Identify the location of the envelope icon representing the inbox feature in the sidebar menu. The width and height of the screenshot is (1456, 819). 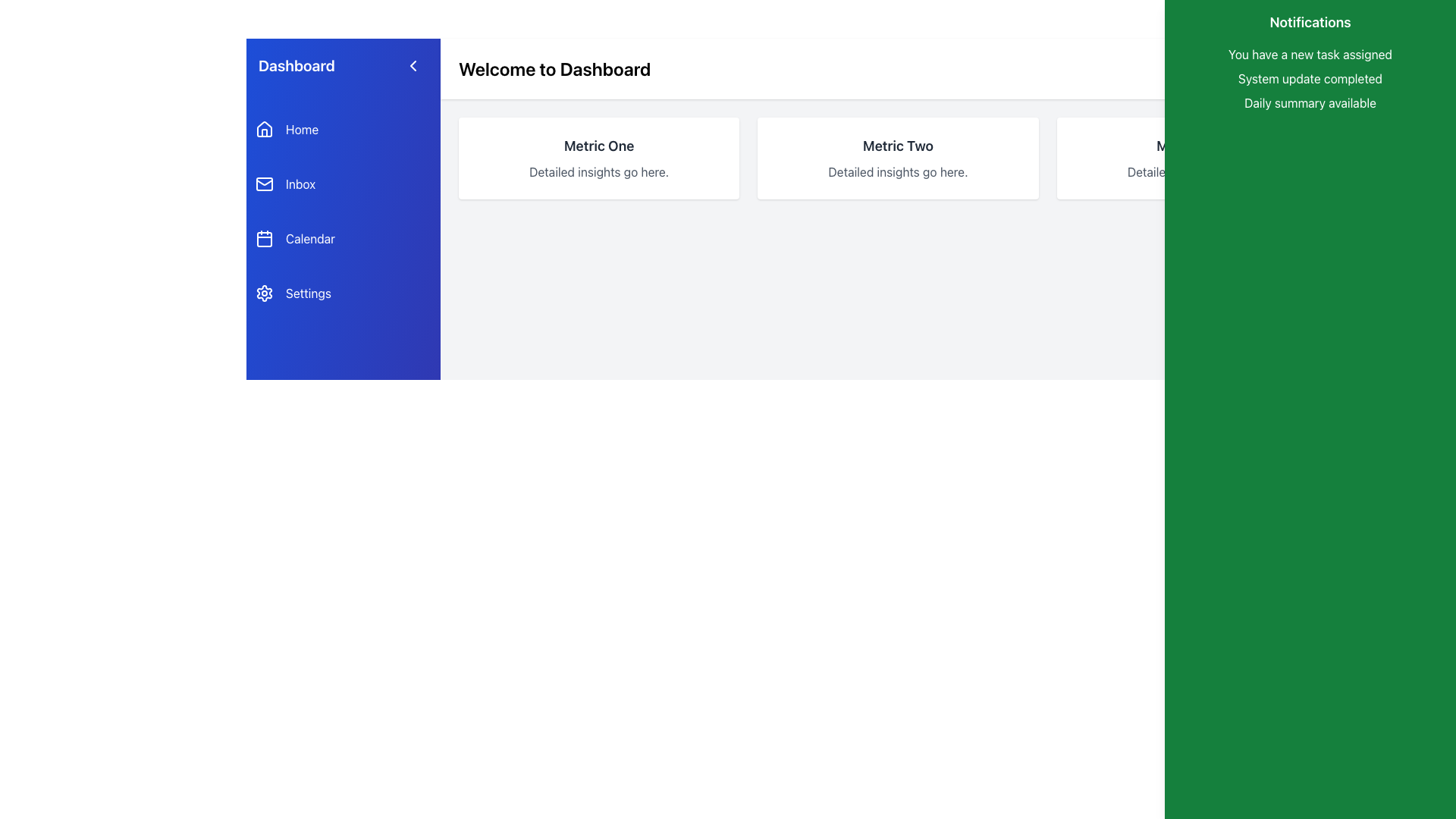
(265, 184).